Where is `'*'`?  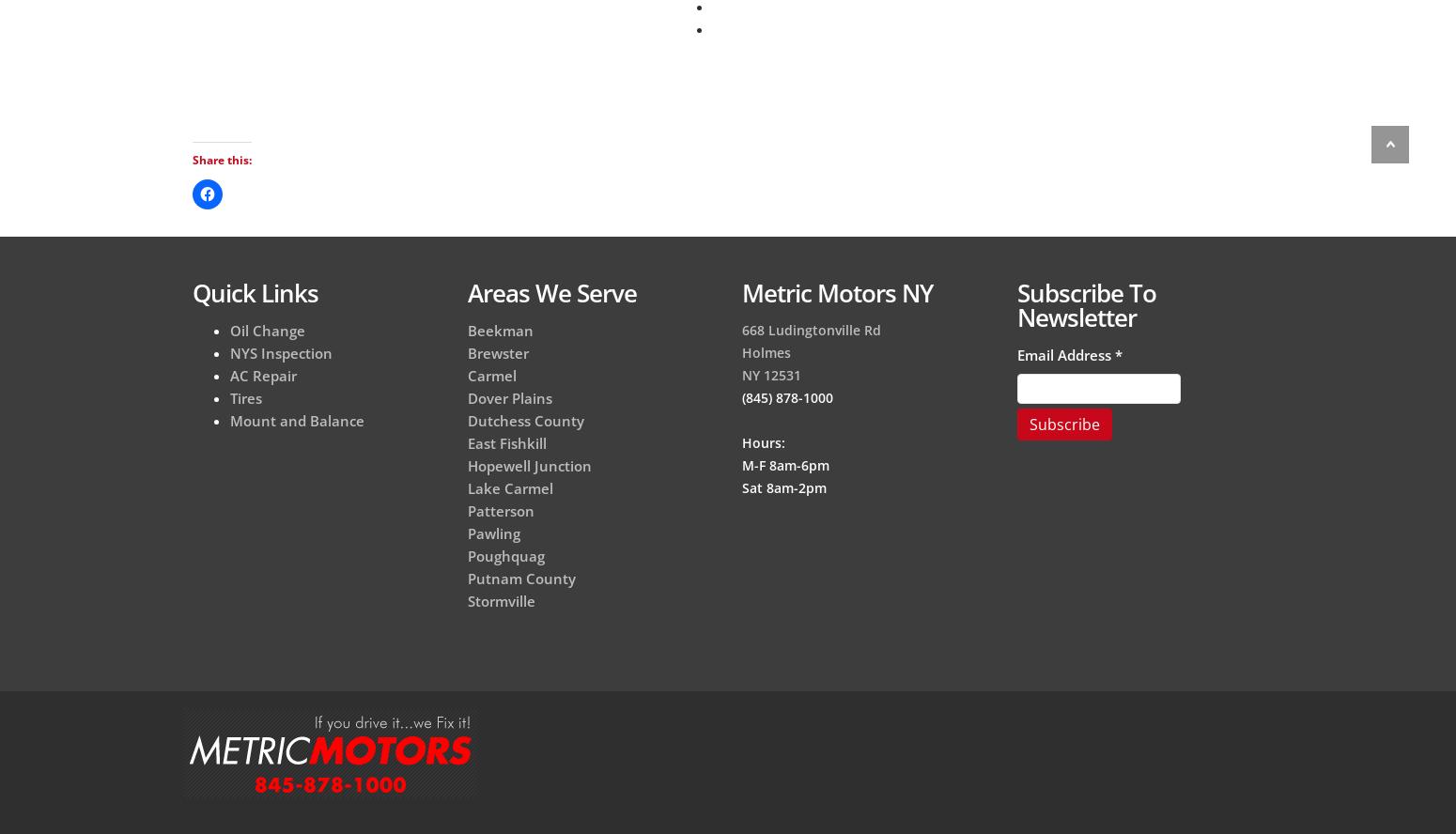 '*' is located at coordinates (1114, 353).